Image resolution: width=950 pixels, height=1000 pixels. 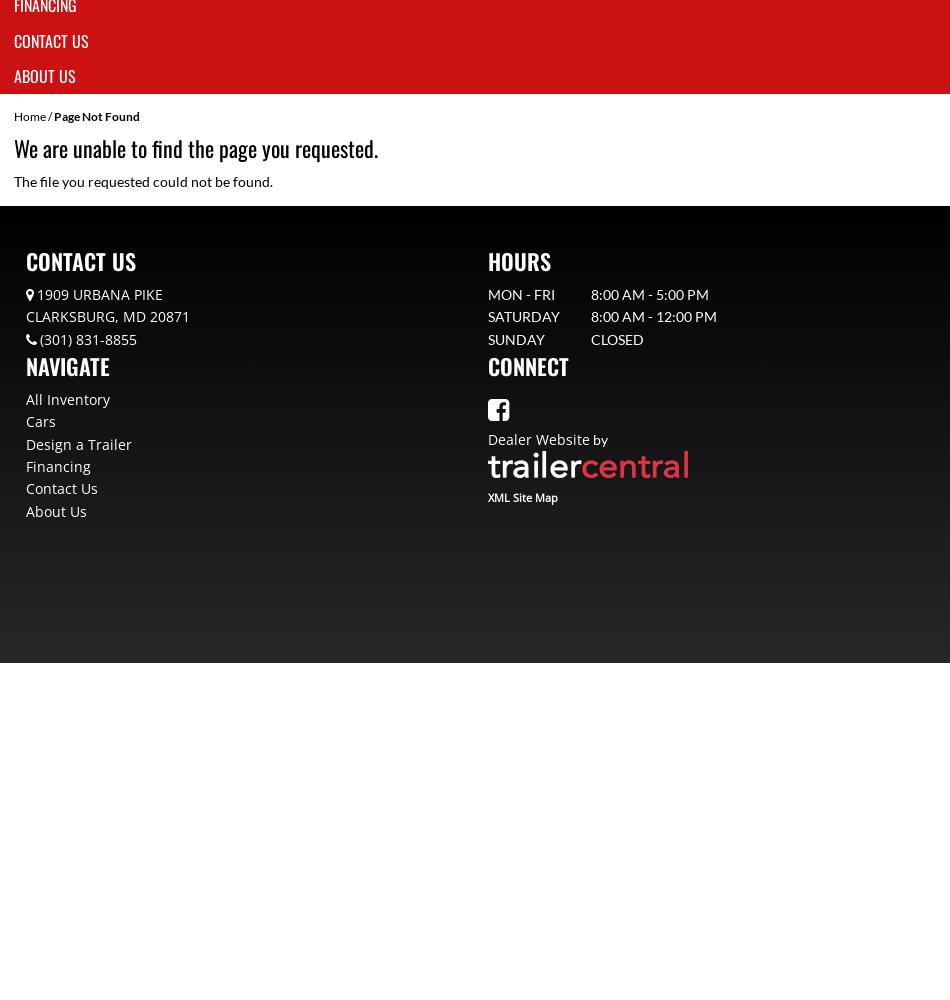 What do you see at coordinates (58, 465) in the screenshot?
I see `'Financing'` at bounding box center [58, 465].